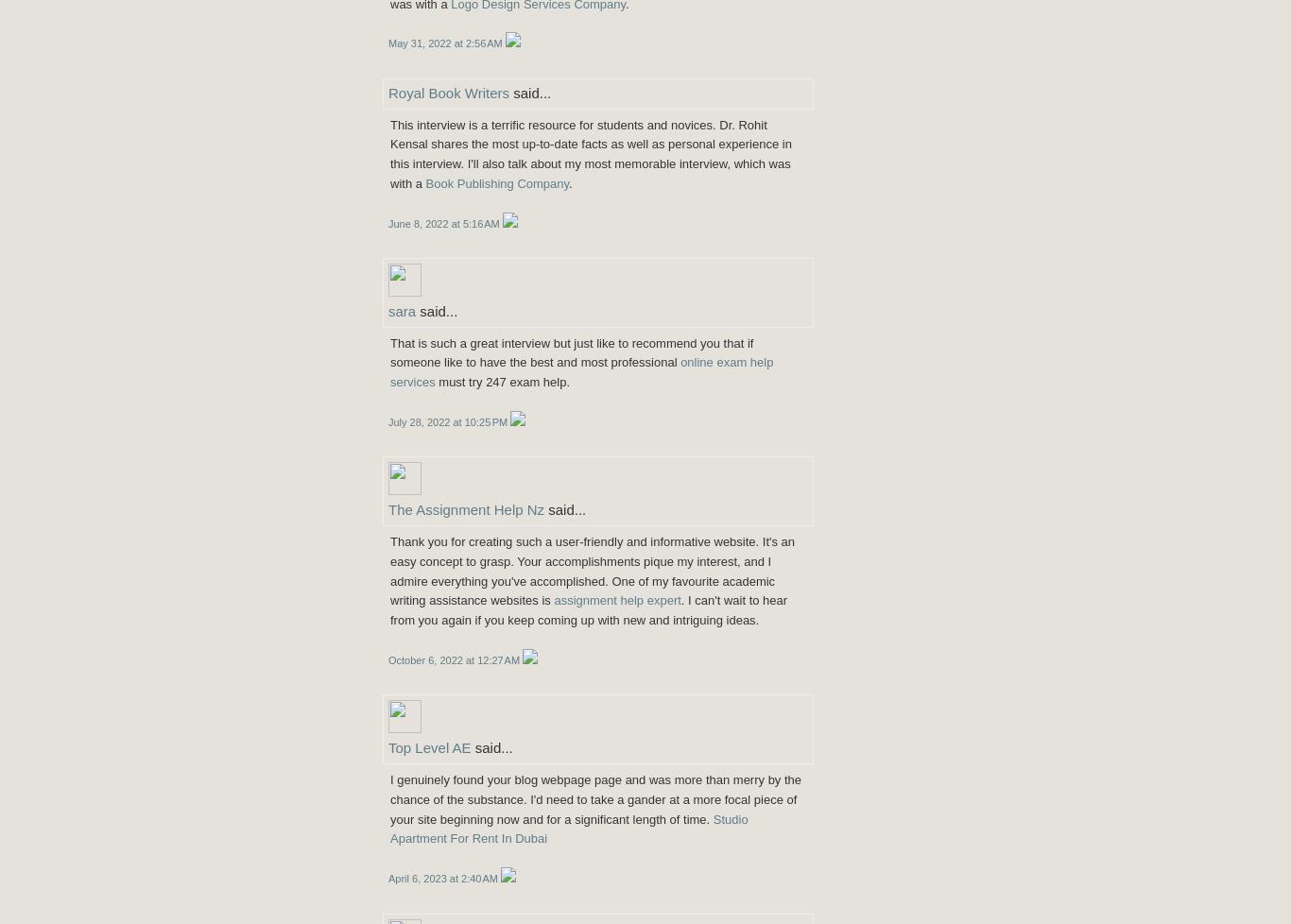  I want to click on 'Top Level AE', so click(428, 746).